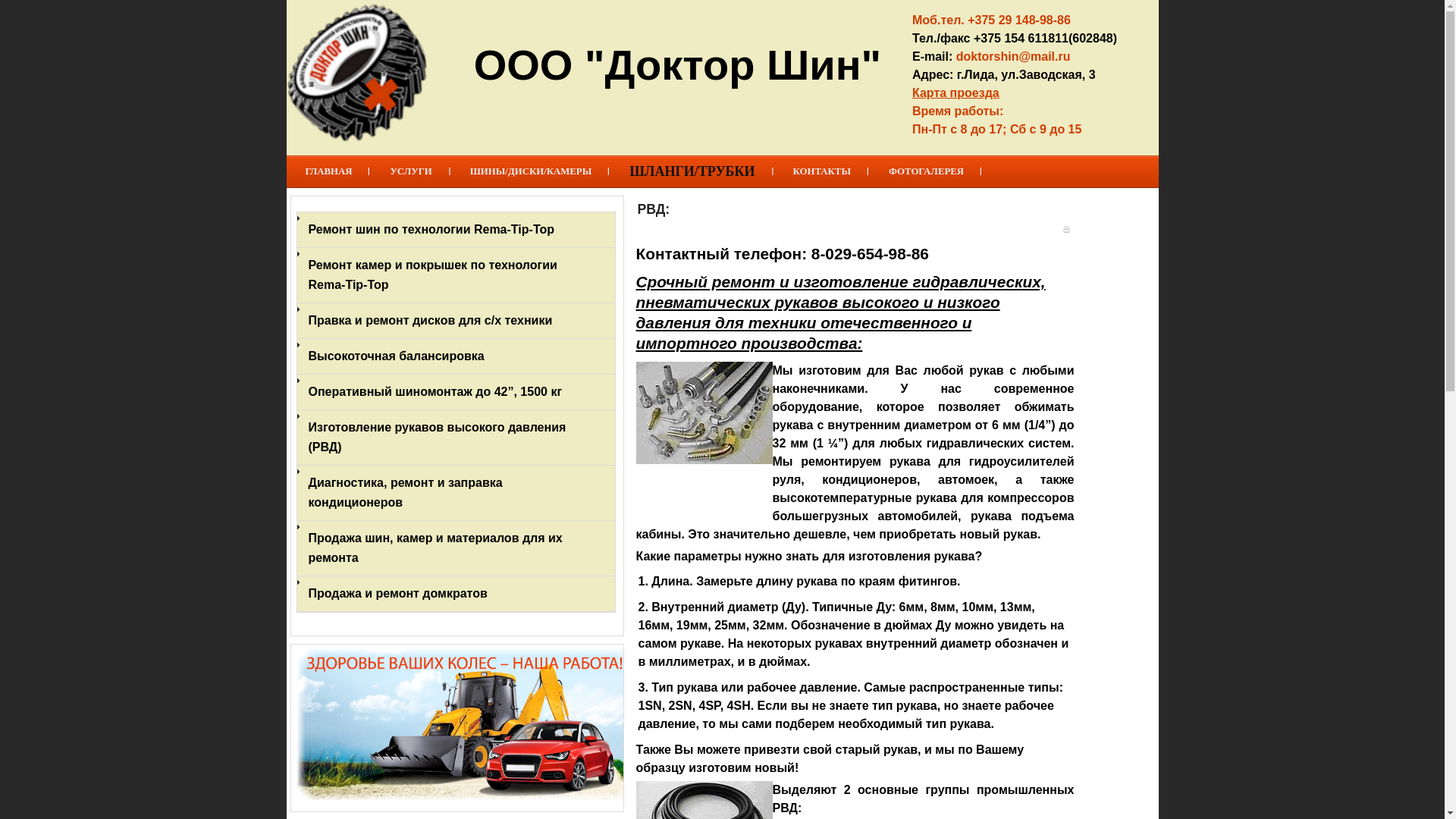  I want to click on 'doktorshin@mail.ru', so click(955, 55).